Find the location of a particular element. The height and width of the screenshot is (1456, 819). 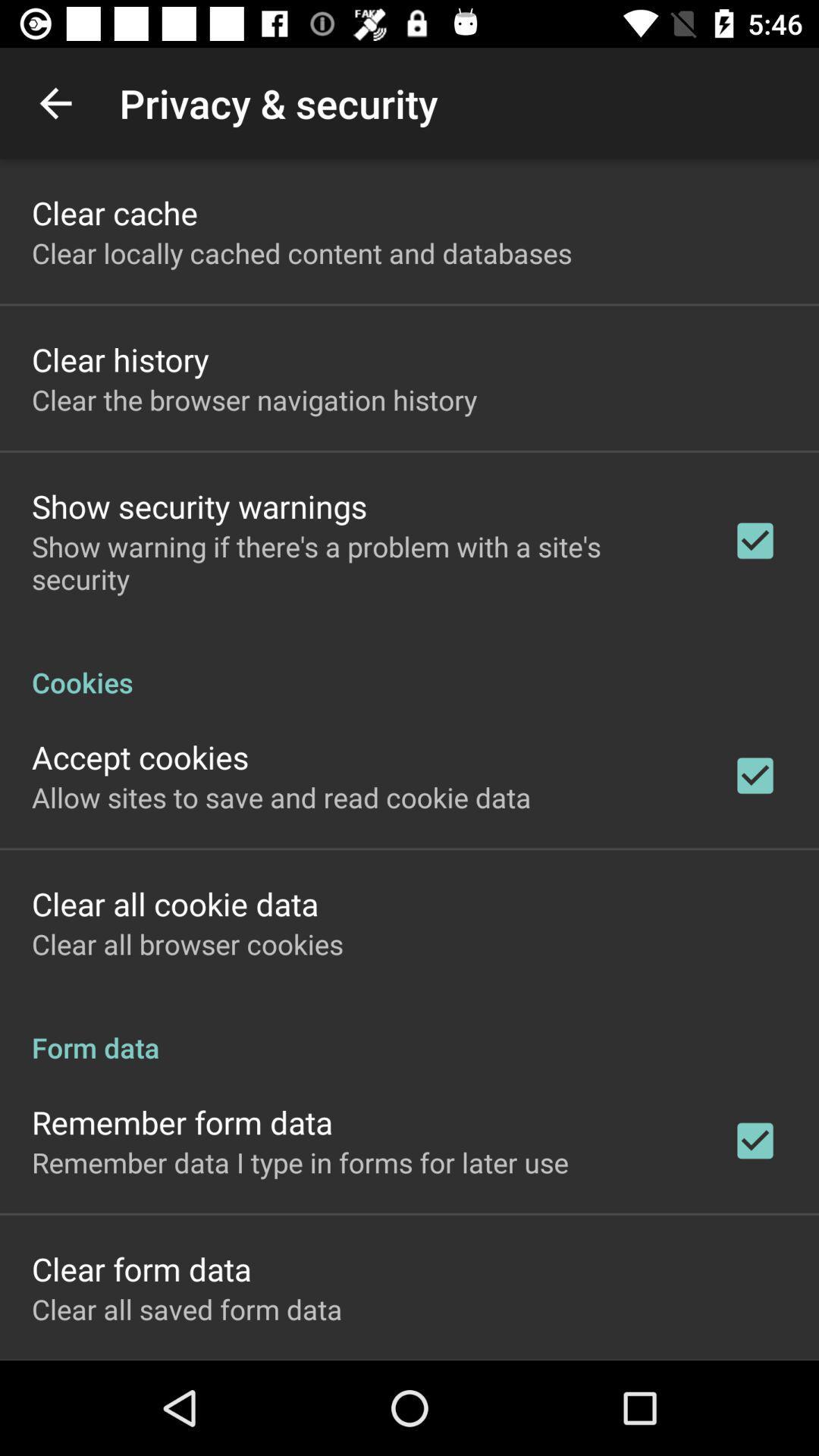

the item below the show security warnings is located at coordinates (362, 562).